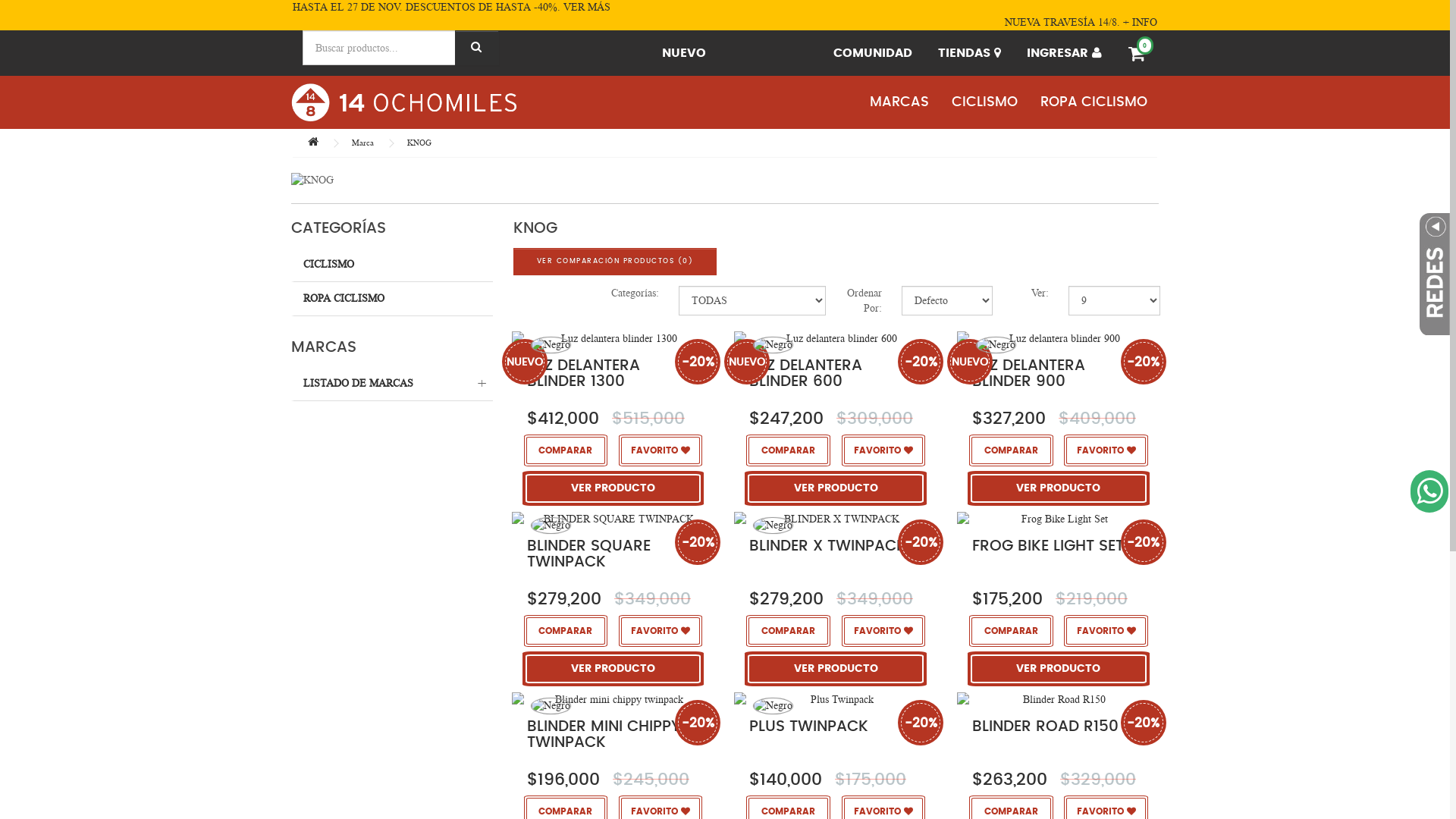 The width and height of the screenshot is (1456, 819). I want to click on 'LUZ DELANTERA BLINDER 600', so click(805, 373).